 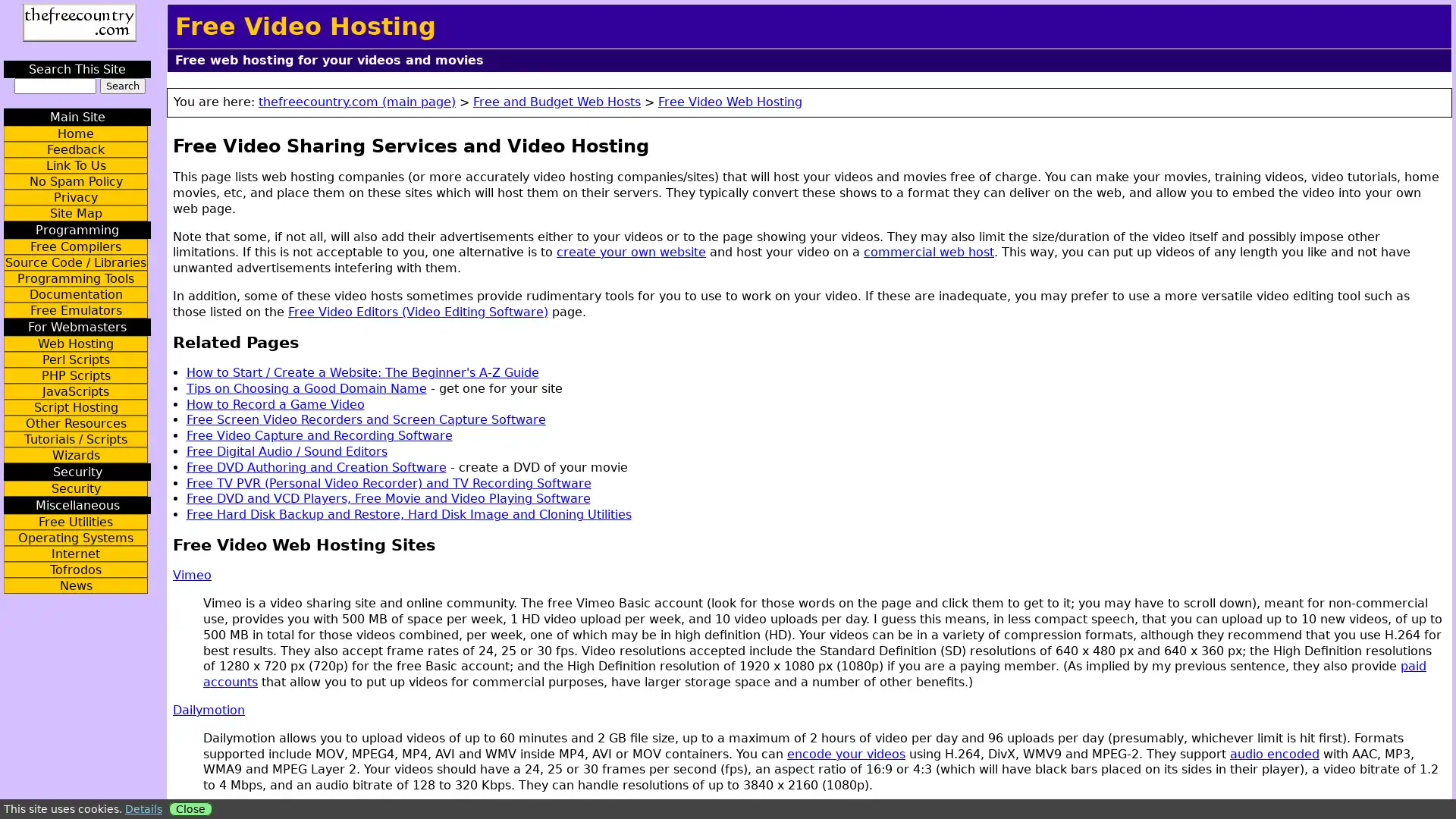 What do you see at coordinates (122, 86) in the screenshot?
I see `Search` at bounding box center [122, 86].